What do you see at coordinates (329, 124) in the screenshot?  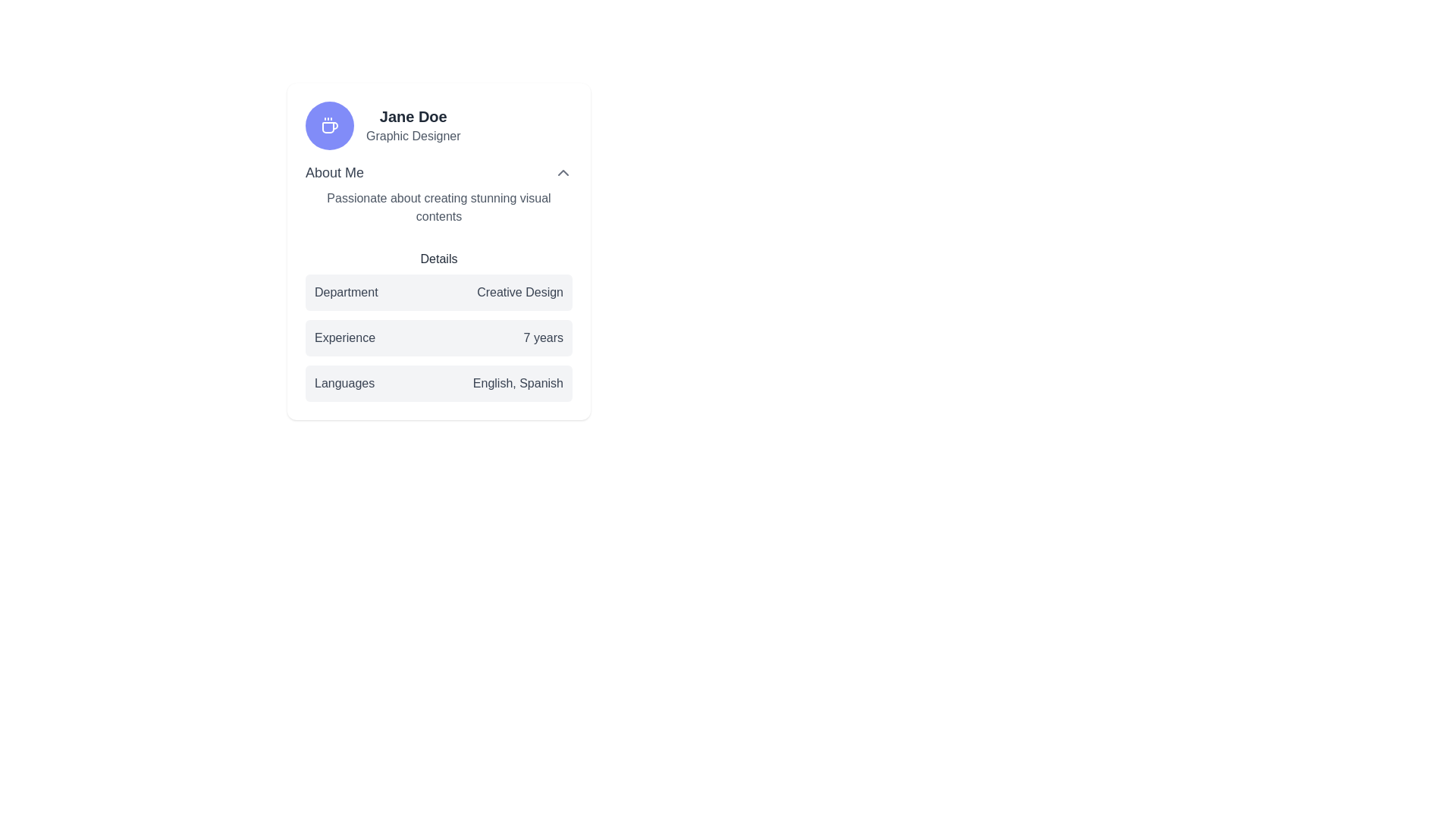 I see `the coffee cup icon, which is outlined in white and situated within a light purple circular background, located in the top-left section of the profile card above the user name 'Jane Doe'` at bounding box center [329, 124].